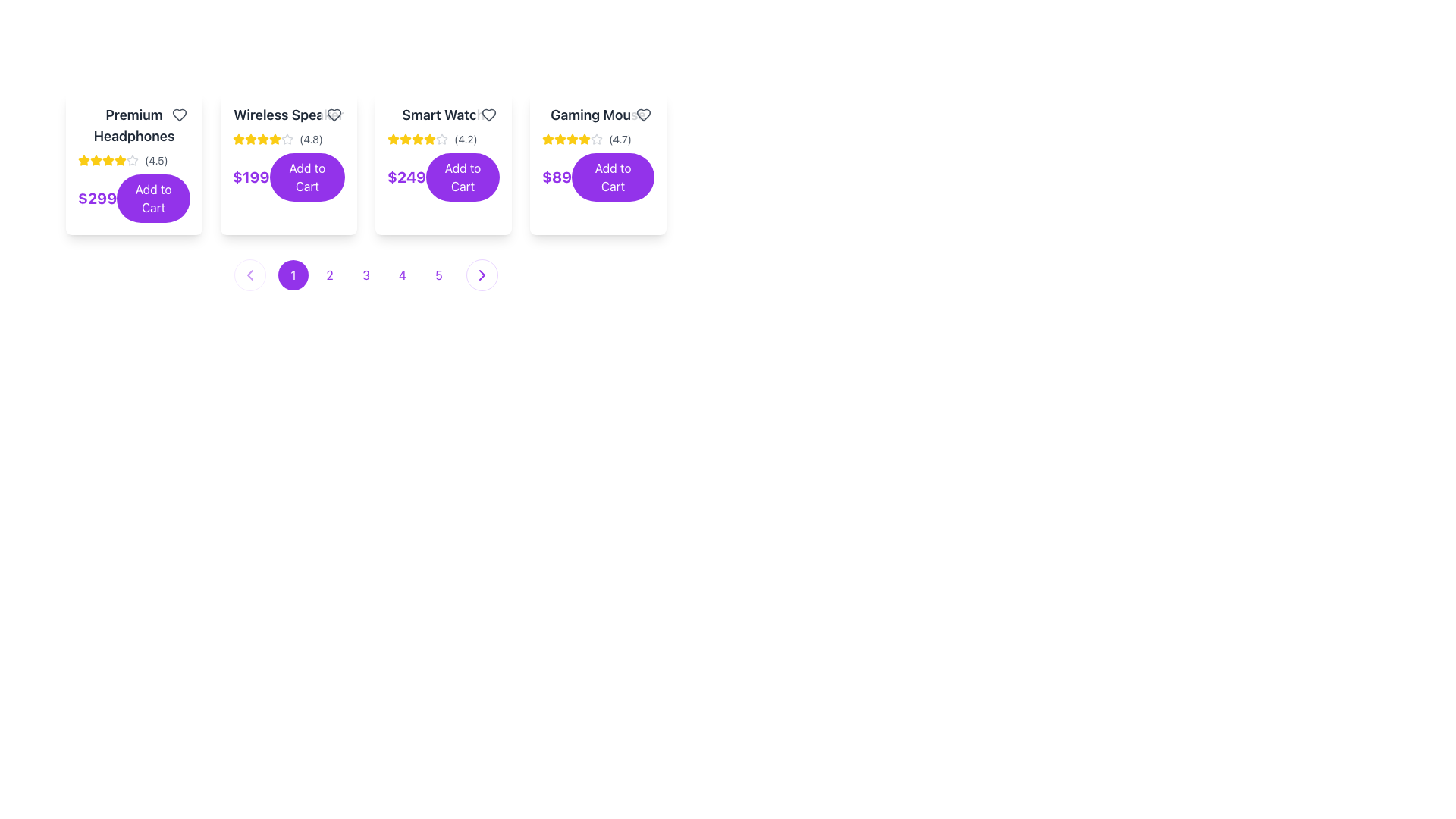  I want to click on the third filled yellow star icon in the rating section of the 'Smart Watch' product card, so click(405, 140).